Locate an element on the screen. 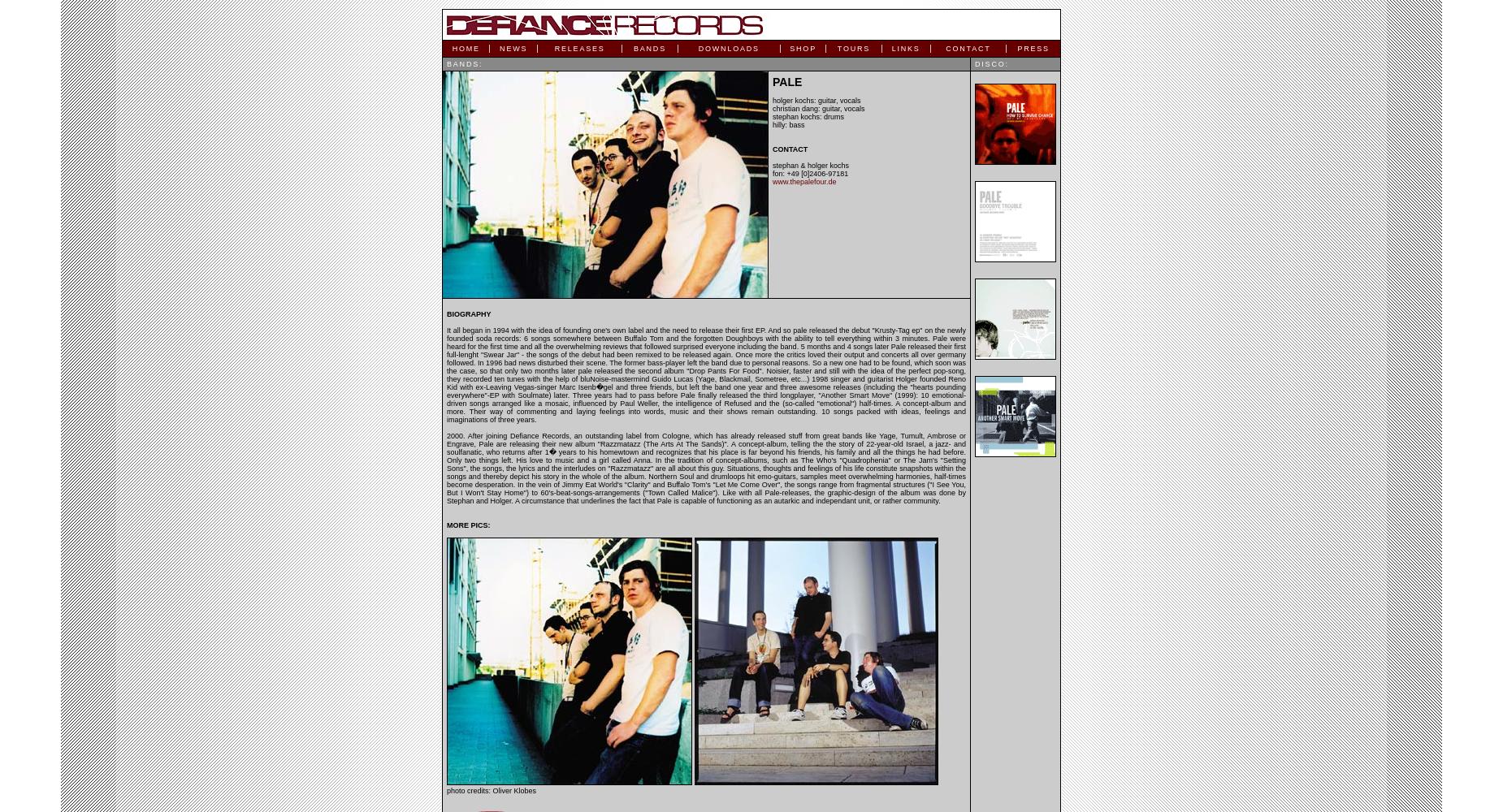  'news' is located at coordinates (513, 49).